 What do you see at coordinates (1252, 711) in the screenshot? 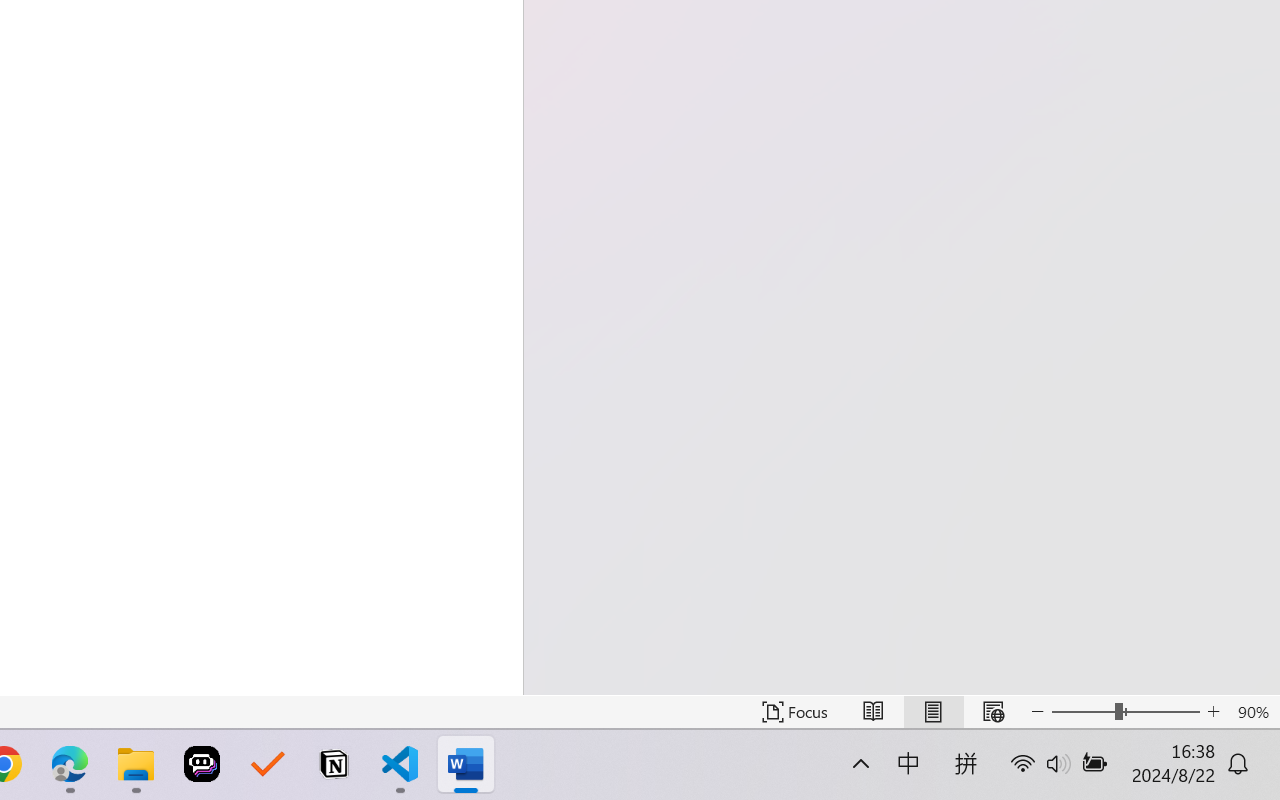
I see `'Zoom 90%'` at bounding box center [1252, 711].